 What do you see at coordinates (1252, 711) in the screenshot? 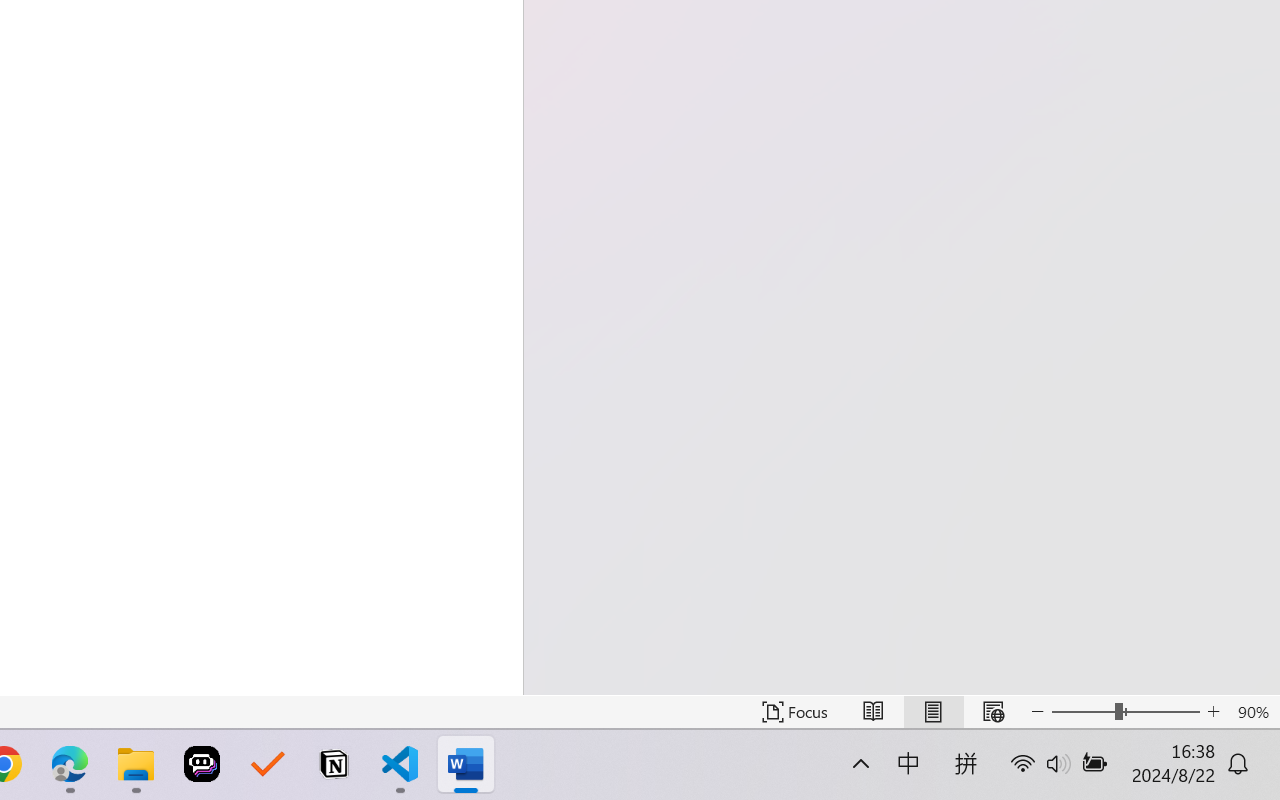
I see `'Zoom 90%'` at bounding box center [1252, 711].